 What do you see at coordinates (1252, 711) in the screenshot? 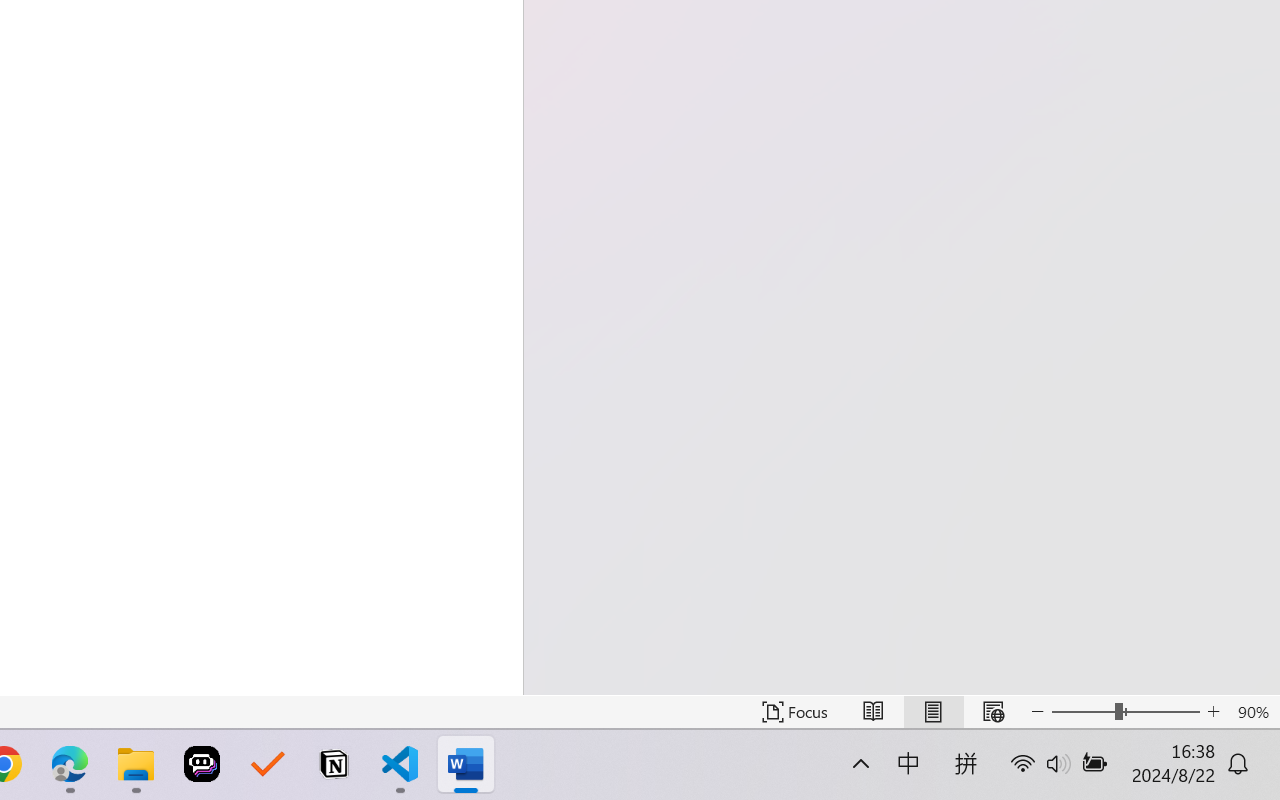
I see `'Zoom 90%'` at bounding box center [1252, 711].